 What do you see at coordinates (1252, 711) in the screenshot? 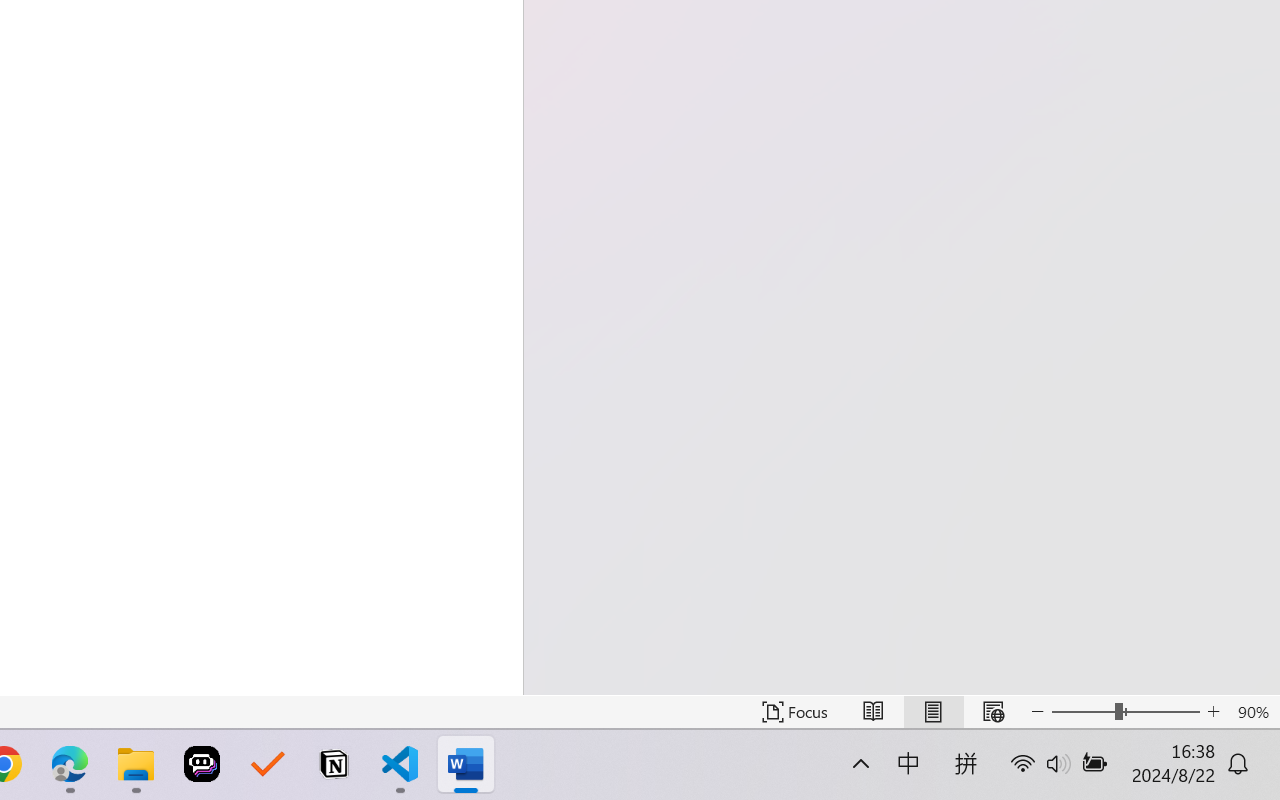
I see `'Zoom 90%'` at bounding box center [1252, 711].